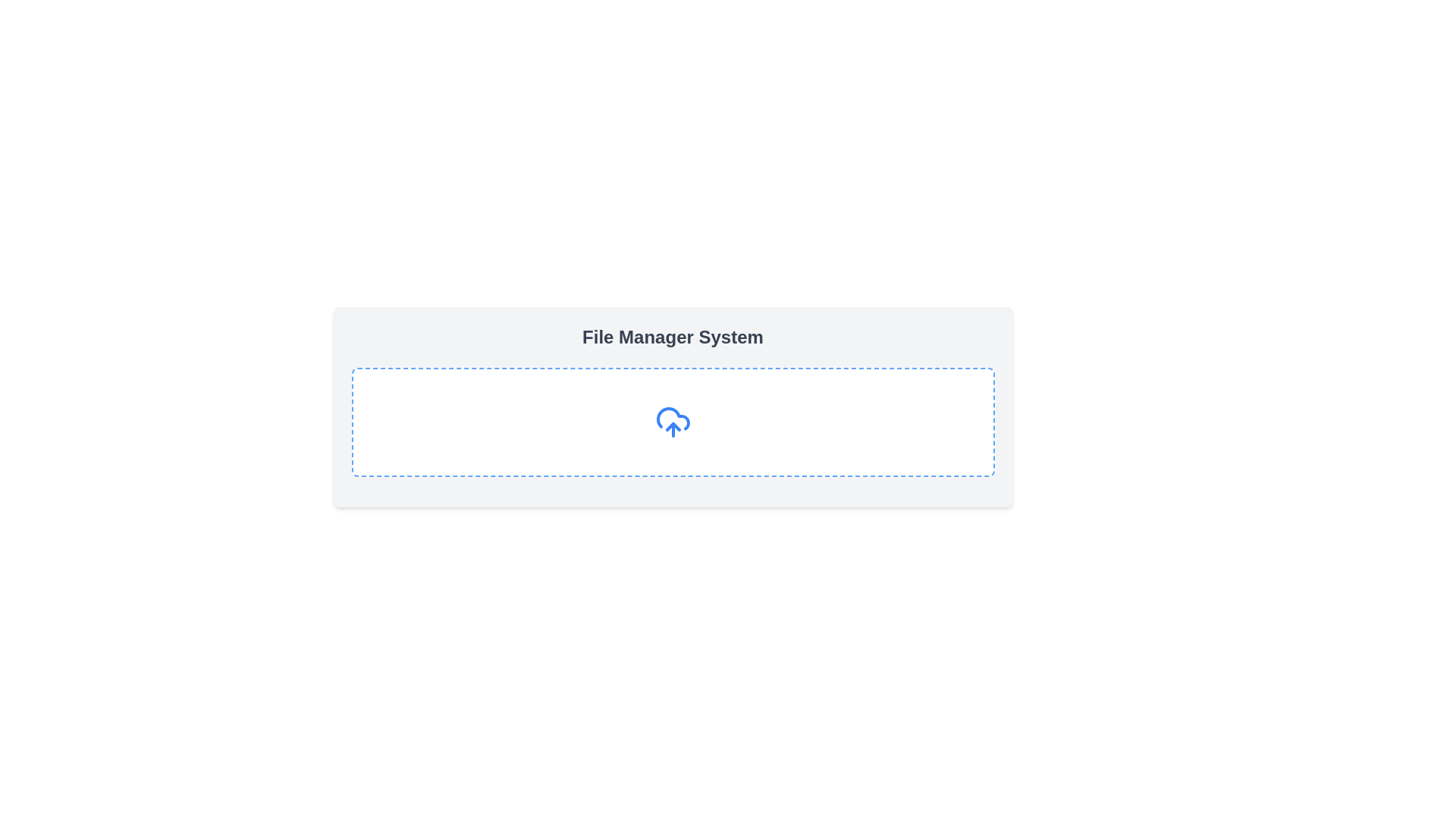 This screenshot has width=1456, height=819. What do you see at coordinates (672, 422) in the screenshot?
I see `the clickable upload area in the 'File Manager System'` at bounding box center [672, 422].